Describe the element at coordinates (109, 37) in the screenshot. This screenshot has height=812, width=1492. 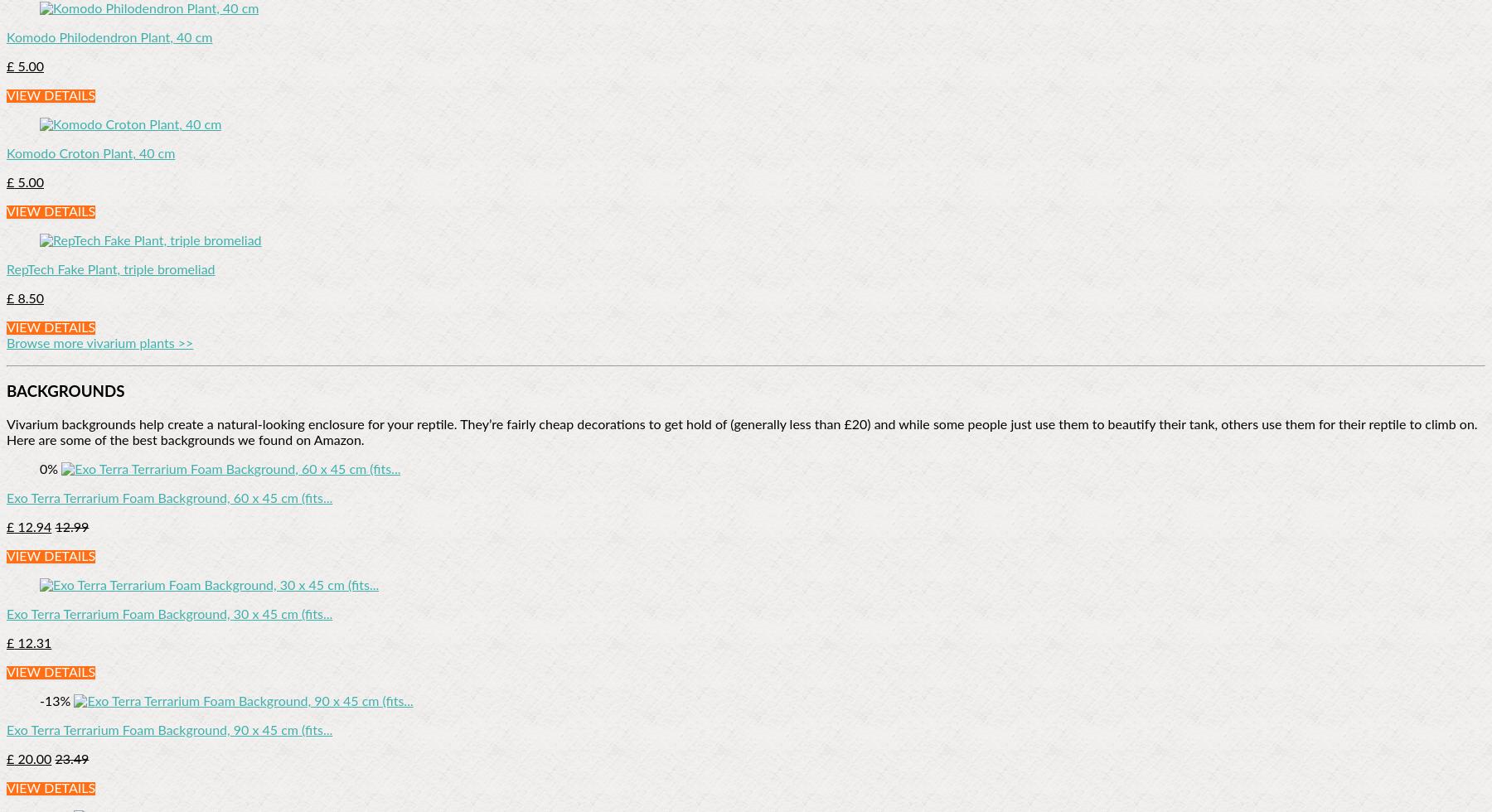
I see `'Komodo Philodendron Plant, 40 cm'` at that location.